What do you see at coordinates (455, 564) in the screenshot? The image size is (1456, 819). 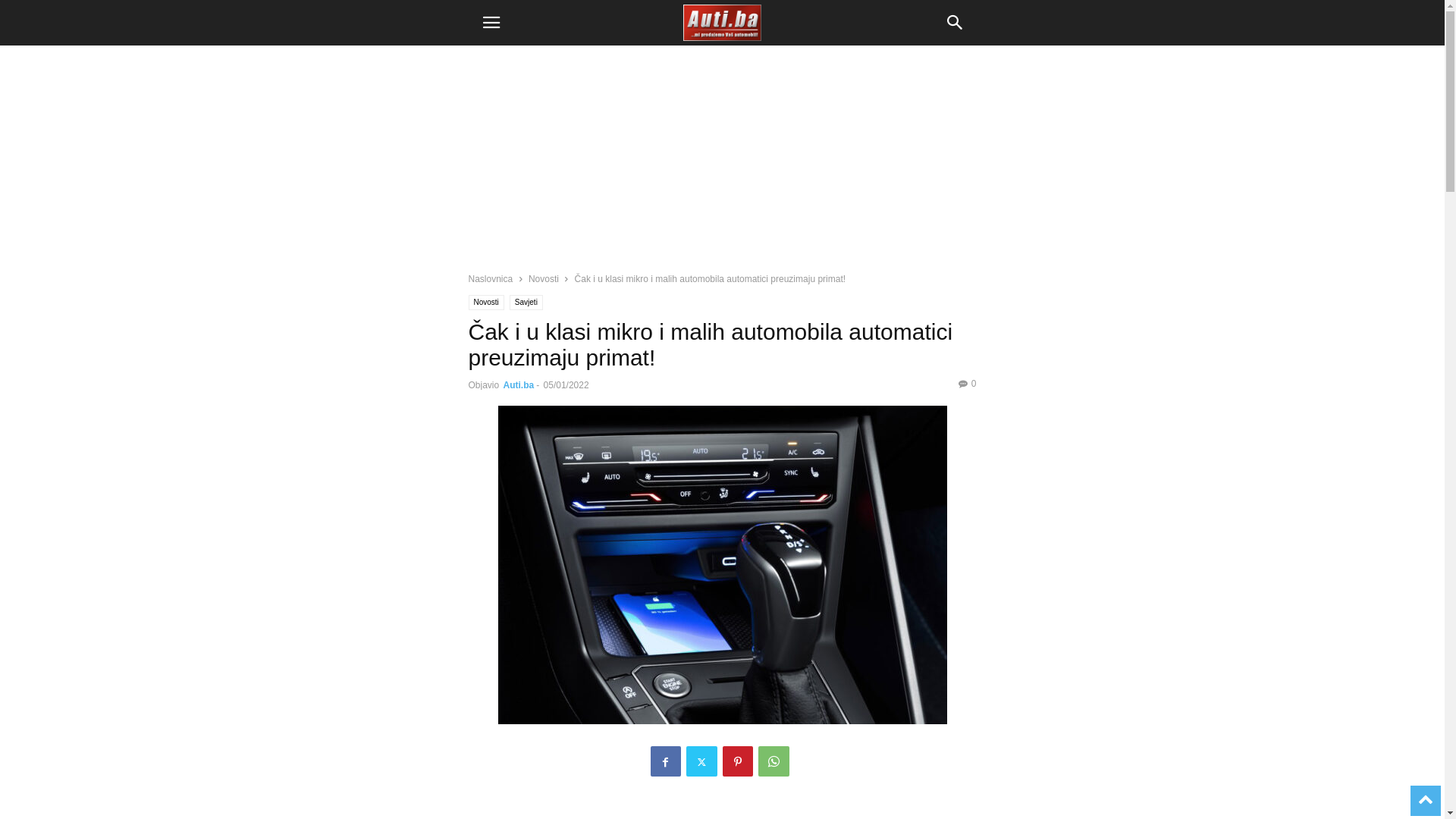 I see `'Volkswagen-Polo-2022-1024-37-592x420'` at bounding box center [455, 564].